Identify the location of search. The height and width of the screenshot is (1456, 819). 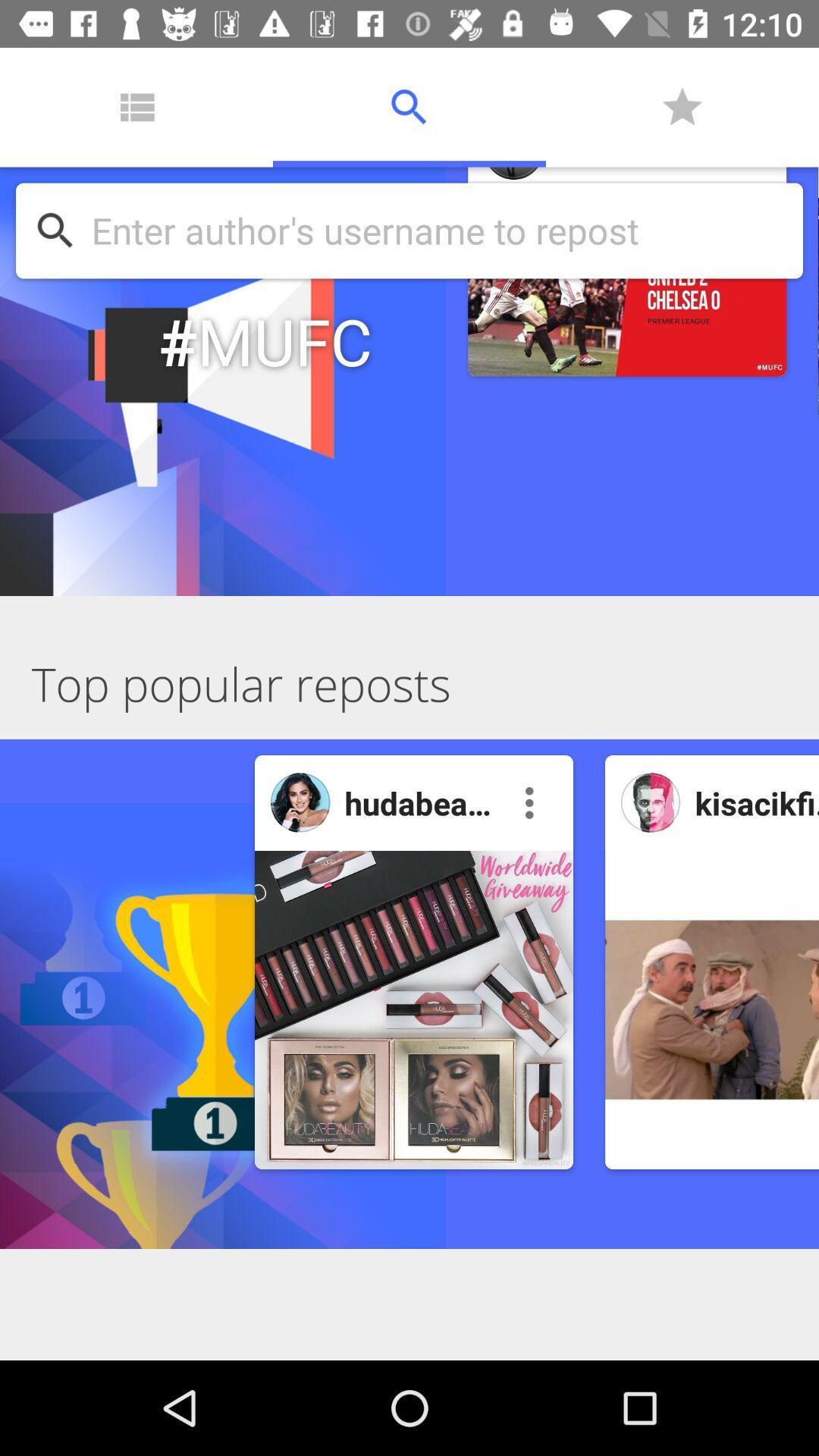
(439, 230).